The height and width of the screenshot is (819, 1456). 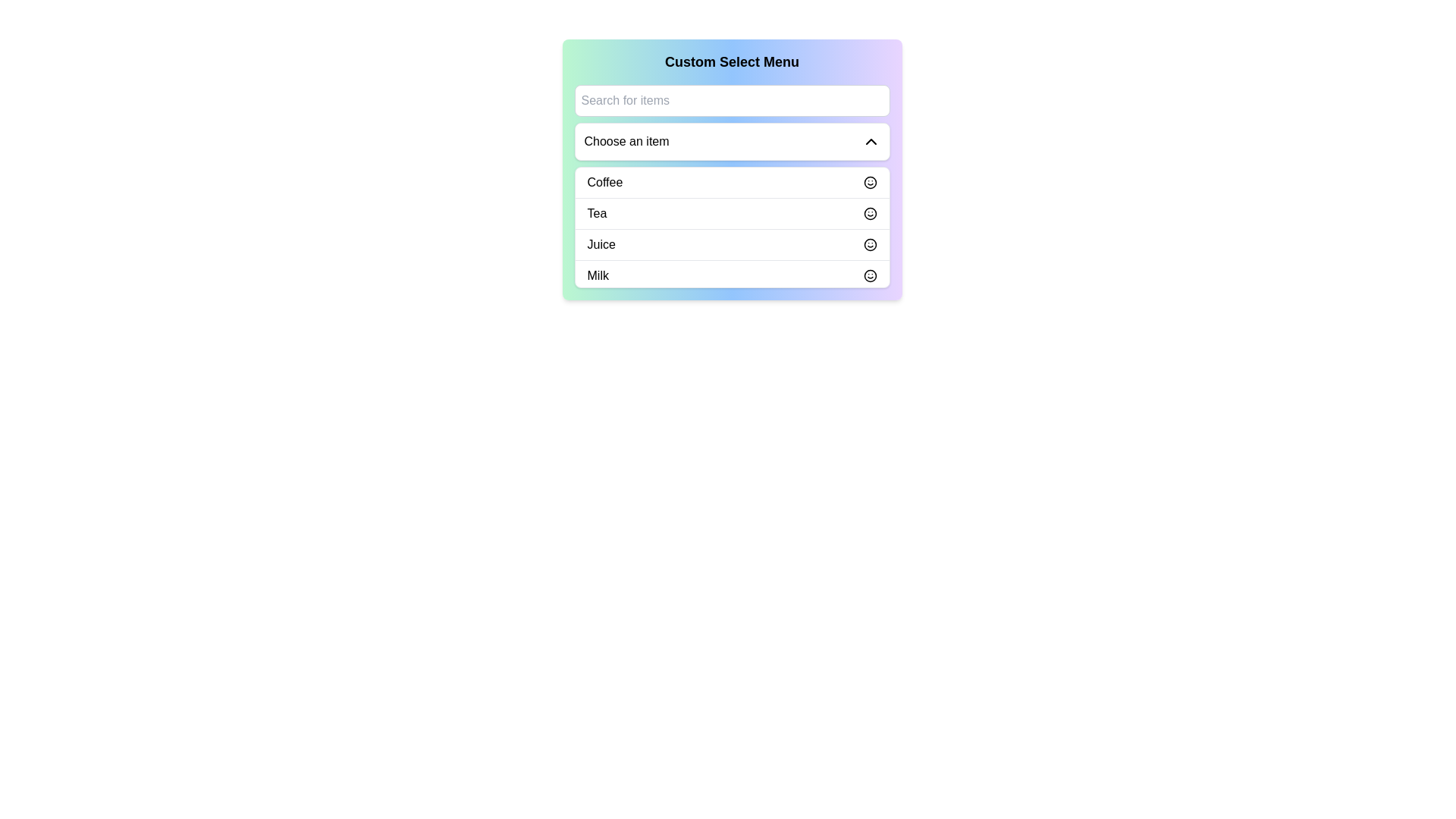 I want to click on the third selectable item in the 'Custom Select Menu', so click(x=732, y=243).